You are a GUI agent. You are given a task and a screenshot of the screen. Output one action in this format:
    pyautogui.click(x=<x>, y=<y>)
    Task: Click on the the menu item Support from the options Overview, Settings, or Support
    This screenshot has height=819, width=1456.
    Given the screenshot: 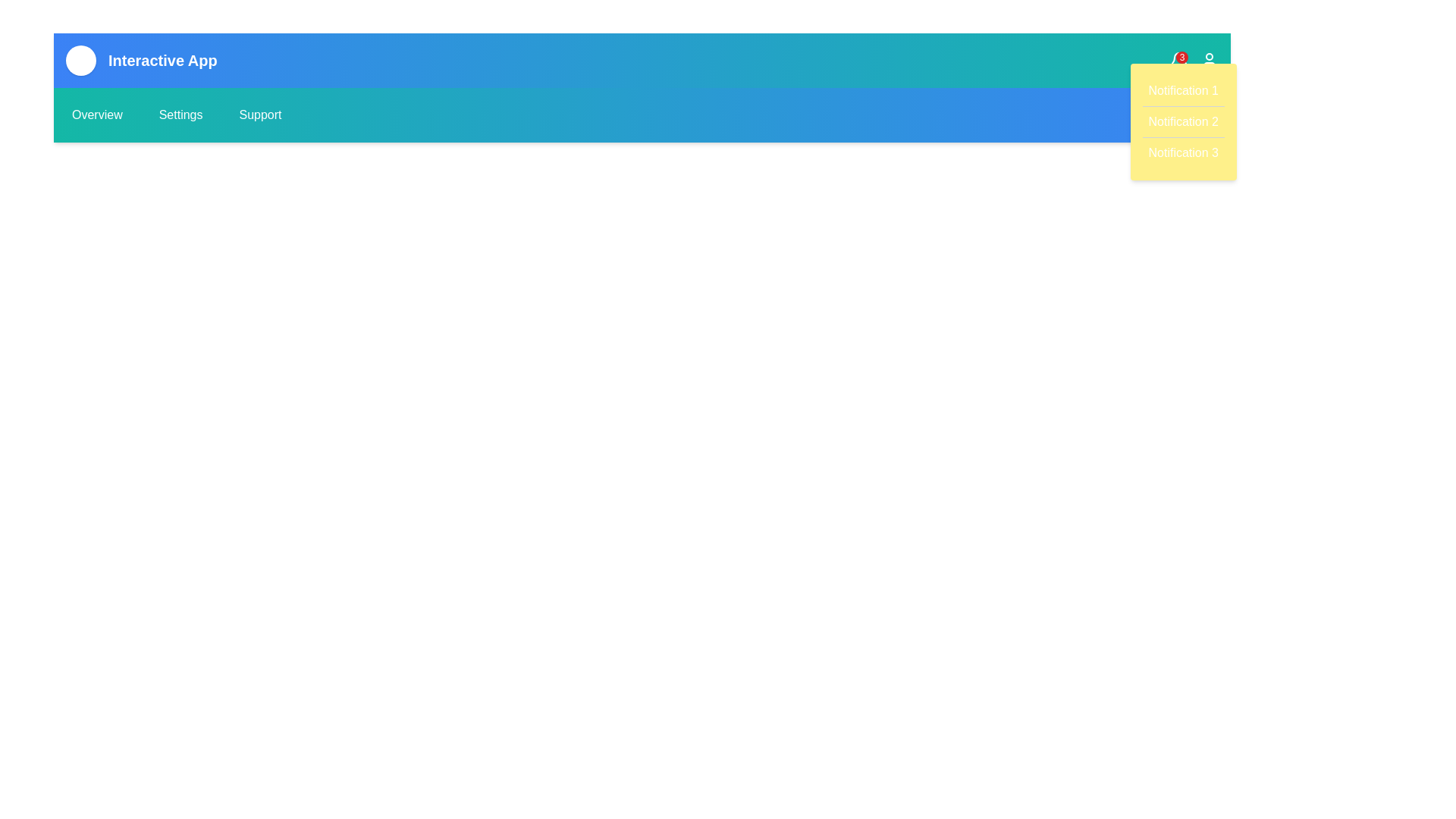 What is the action you would take?
    pyautogui.click(x=259, y=114)
    